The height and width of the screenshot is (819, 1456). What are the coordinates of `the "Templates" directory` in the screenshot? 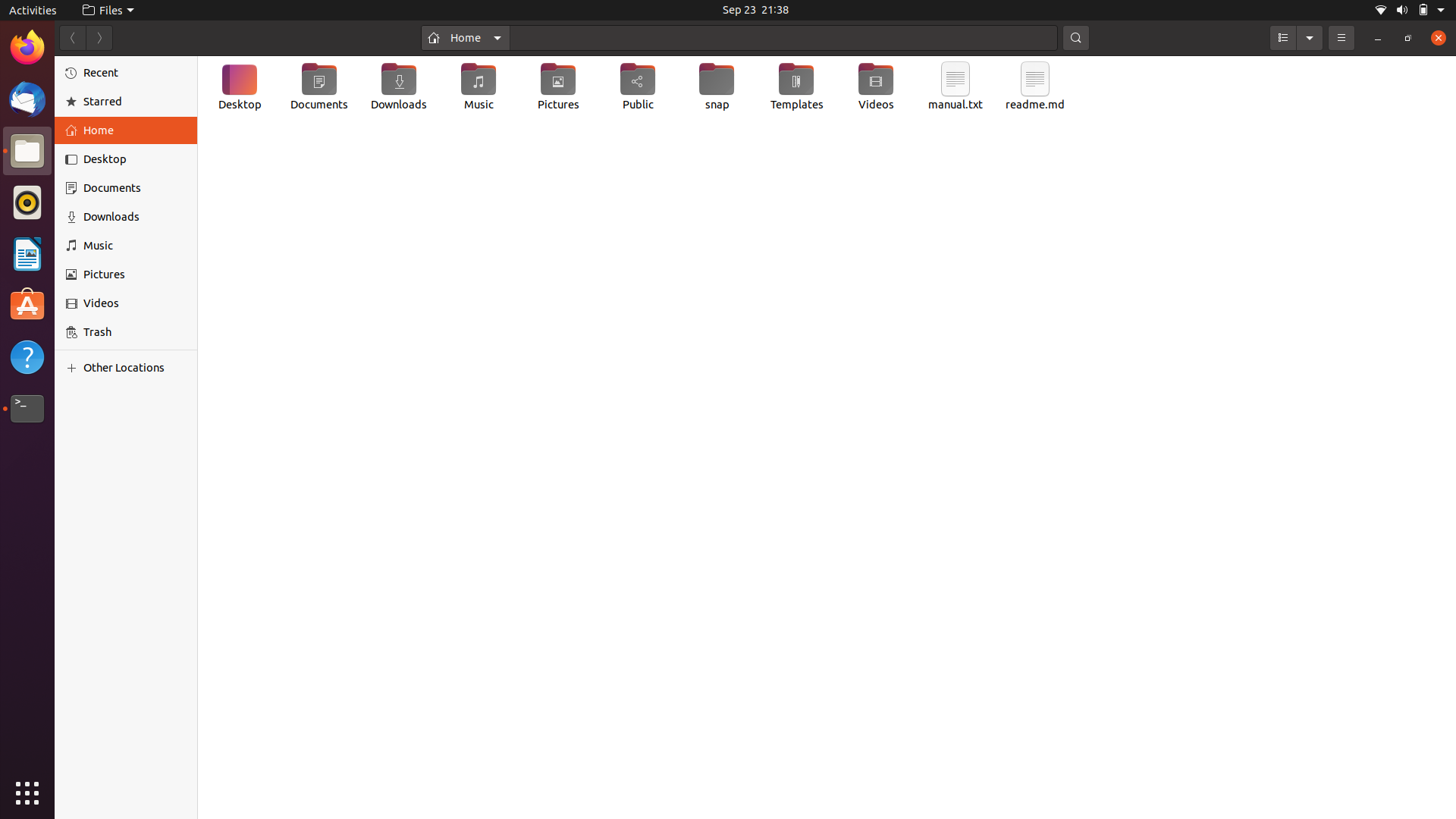 It's located at (795, 88).